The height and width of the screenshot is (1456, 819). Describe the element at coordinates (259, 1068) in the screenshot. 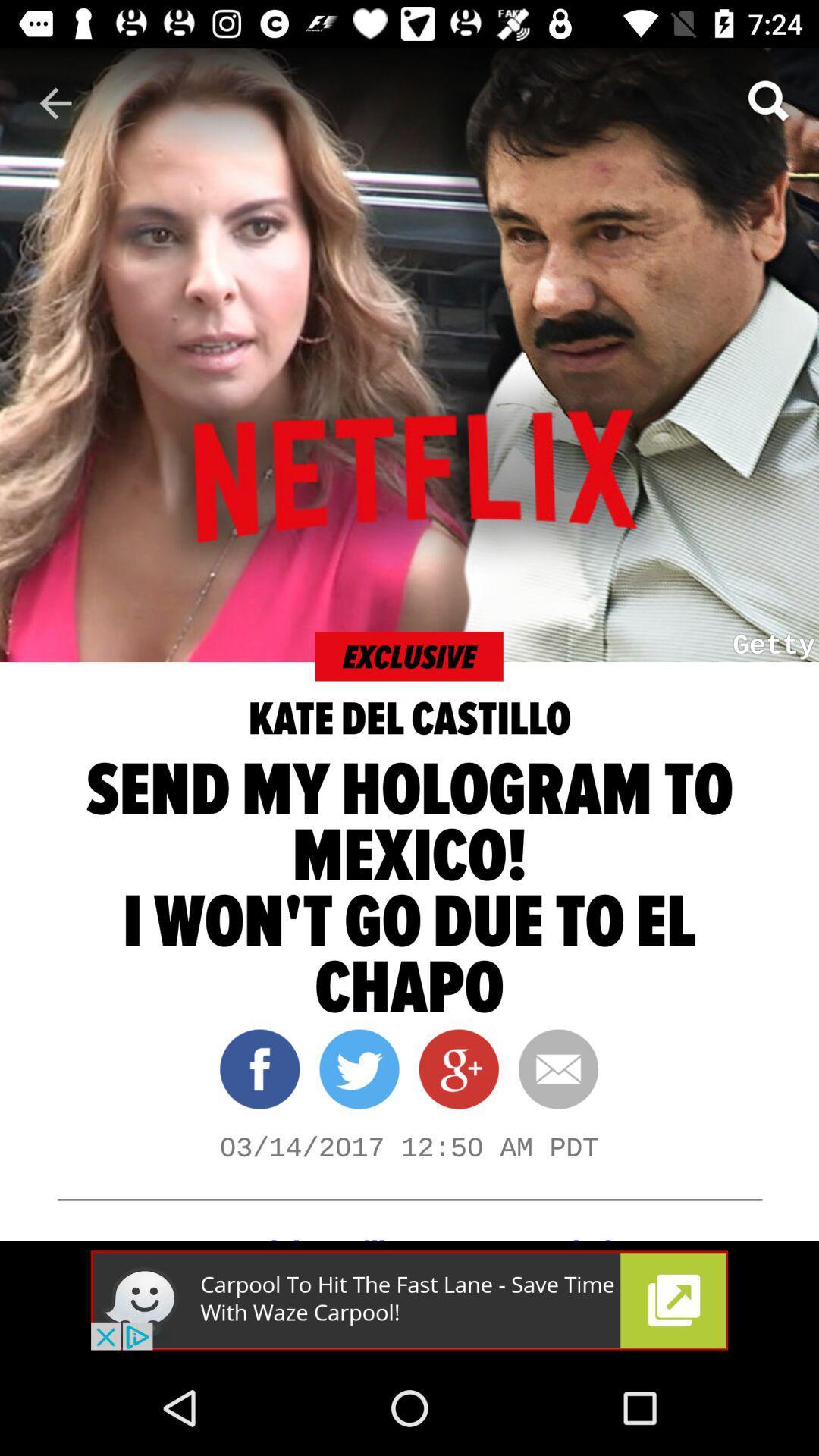

I see `the facebook icon` at that location.